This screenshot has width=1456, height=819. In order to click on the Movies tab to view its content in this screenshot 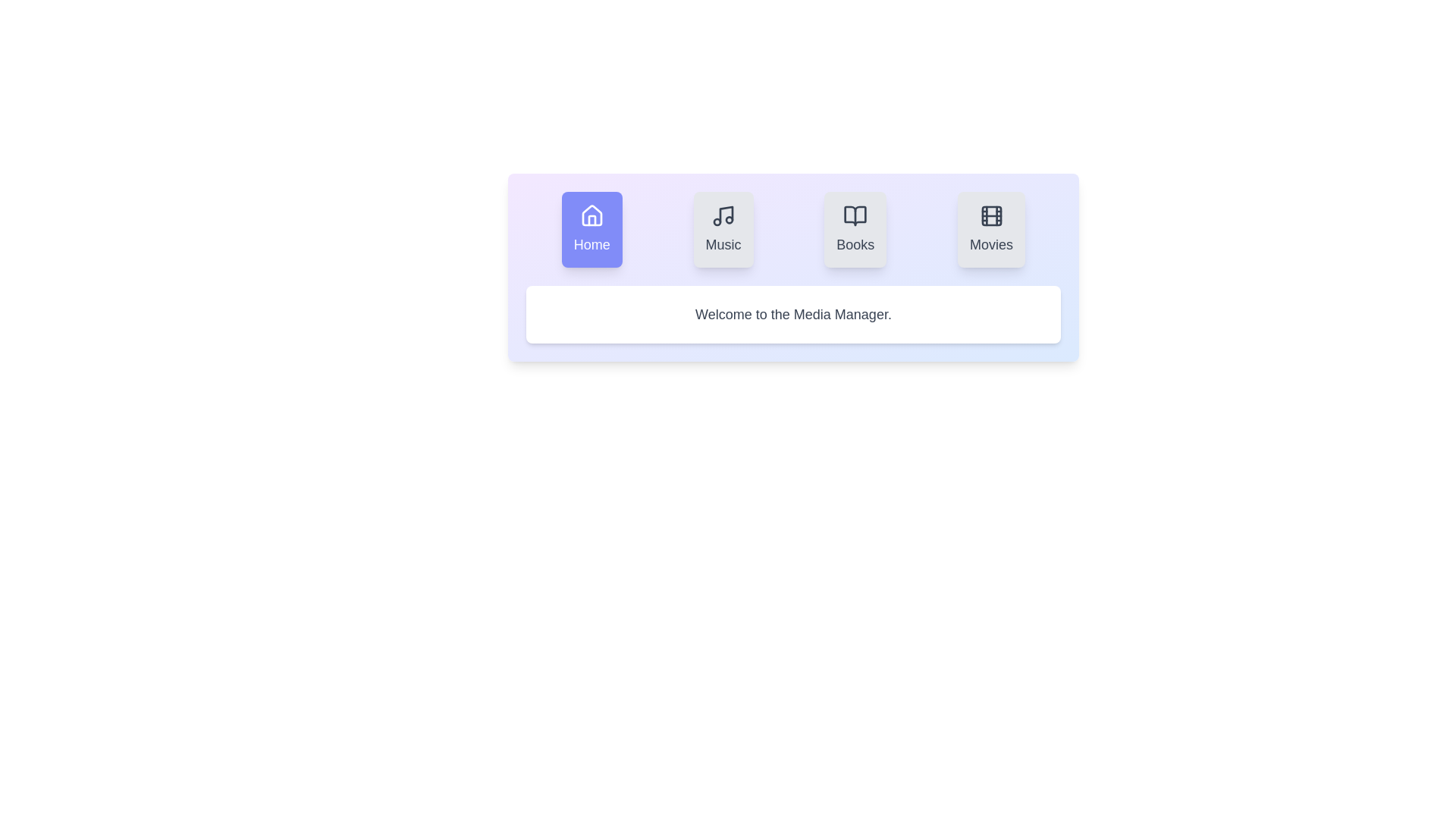, I will do `click(991, 230)`.